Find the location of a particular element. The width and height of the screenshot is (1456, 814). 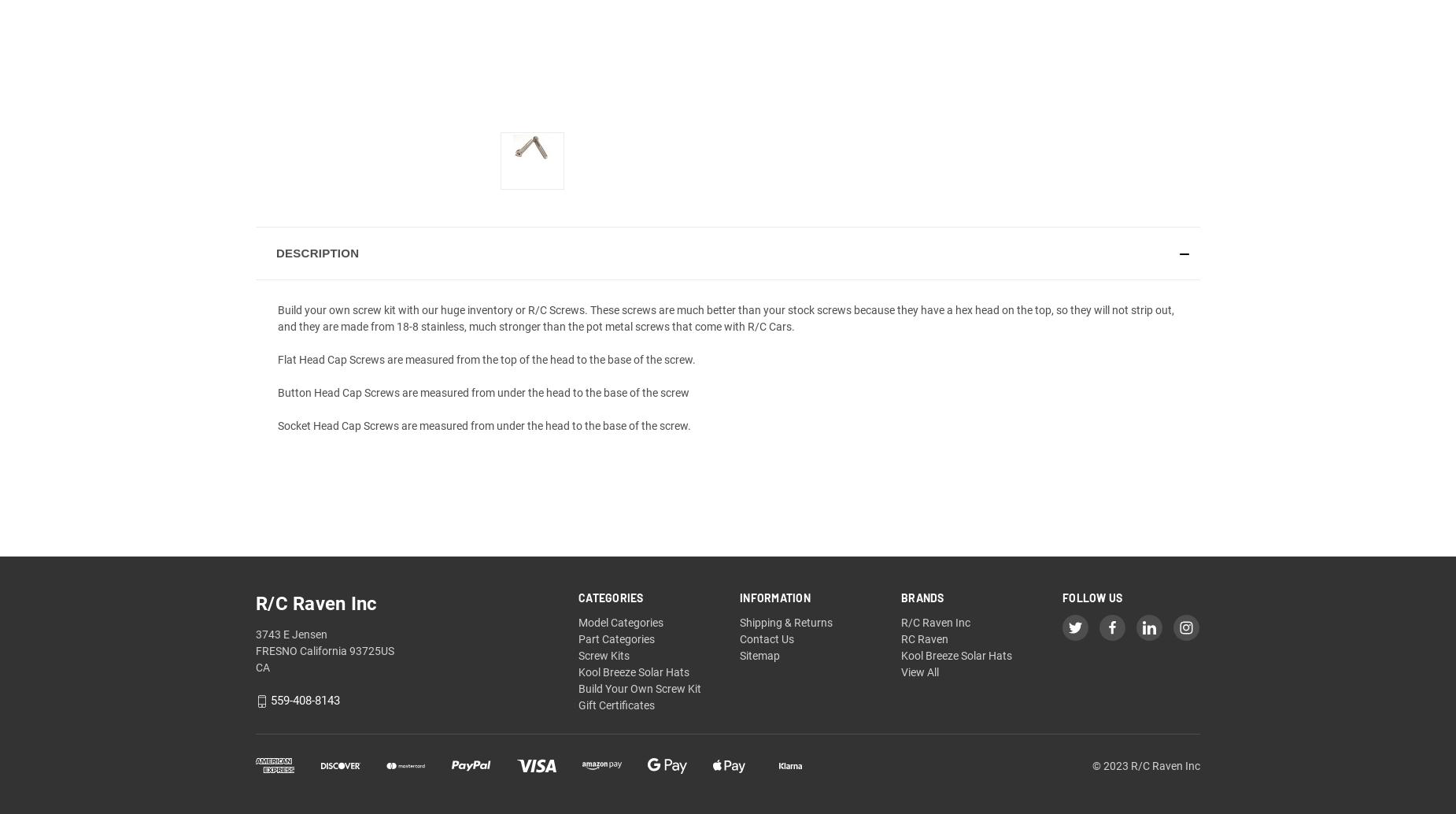

'Contact Us' is located at coordinates (766, 638).